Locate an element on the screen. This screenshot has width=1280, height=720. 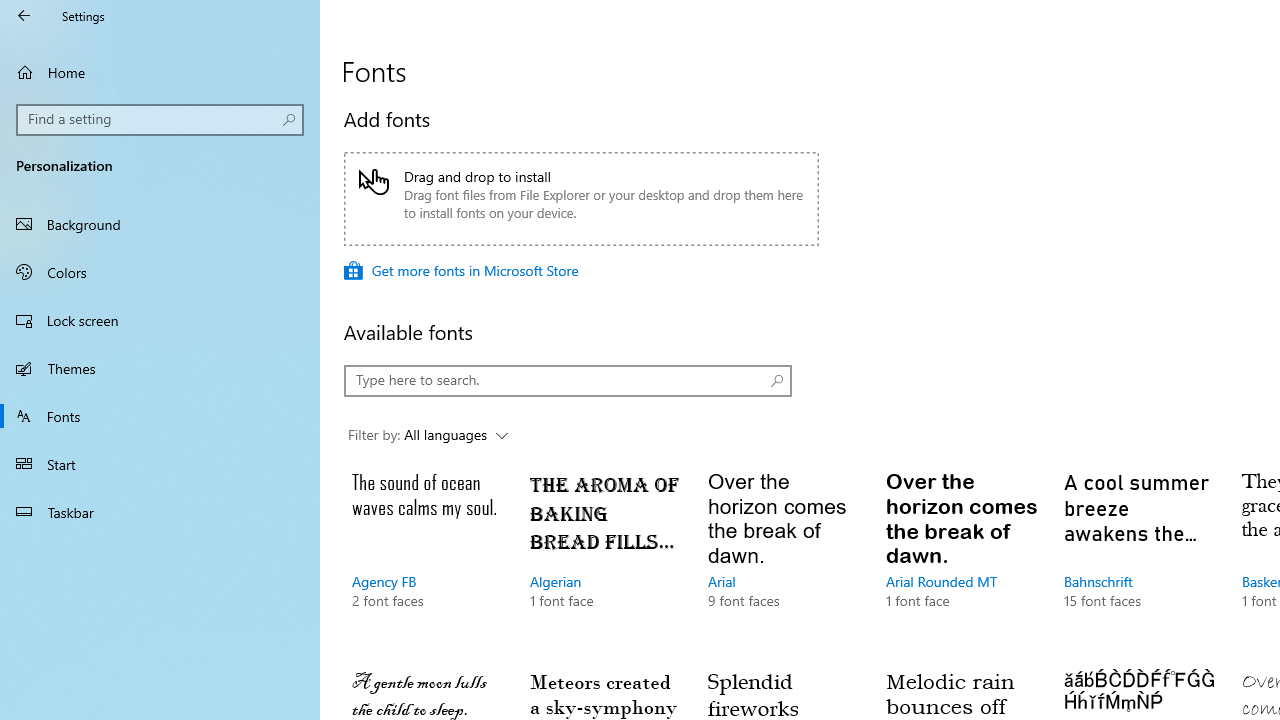
'Filter by: All languages' is located at coordinates (427, 434).